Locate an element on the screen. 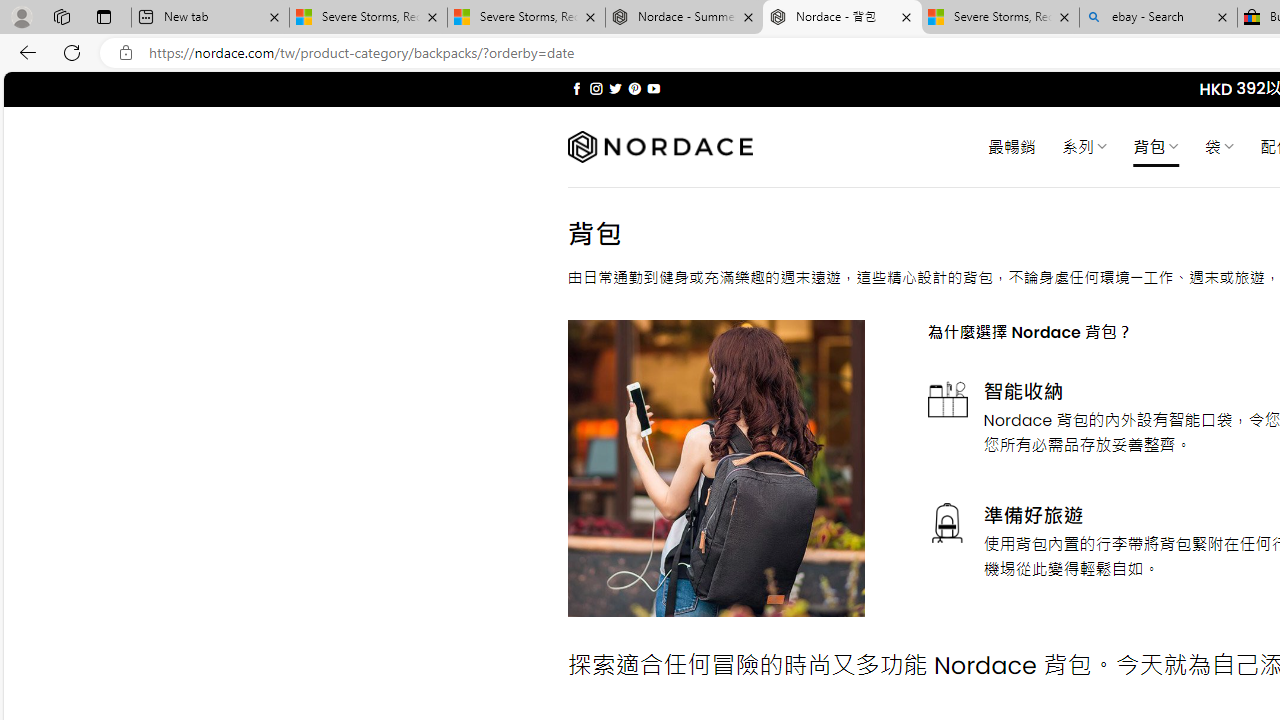  'Follow on Instagram' is located at coordinates (595, 88).